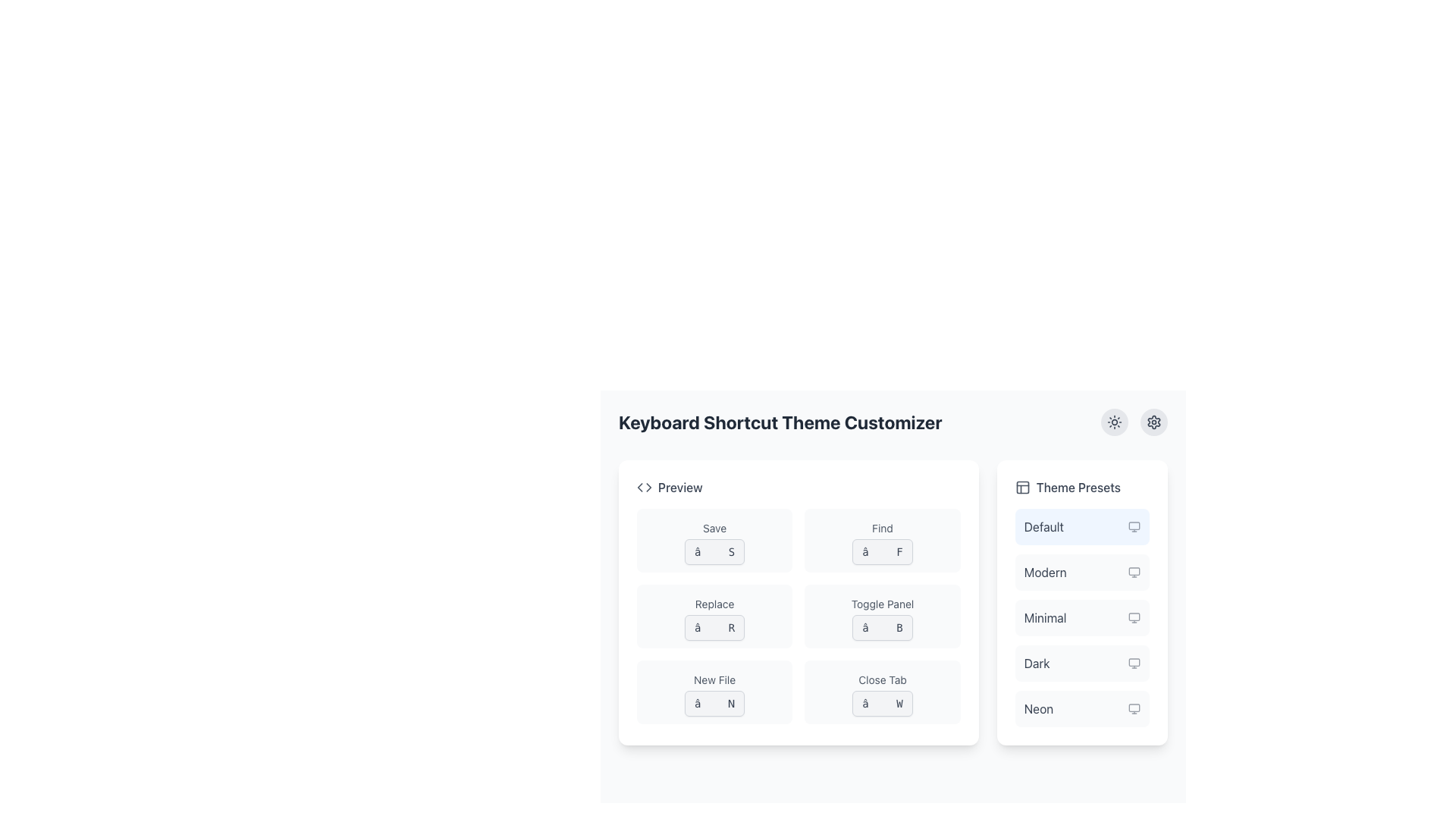 This screenshot has width=1456, height=819. I want to click on the selectable option in the 'Theme Presets' List panel, so click(1081, 601).